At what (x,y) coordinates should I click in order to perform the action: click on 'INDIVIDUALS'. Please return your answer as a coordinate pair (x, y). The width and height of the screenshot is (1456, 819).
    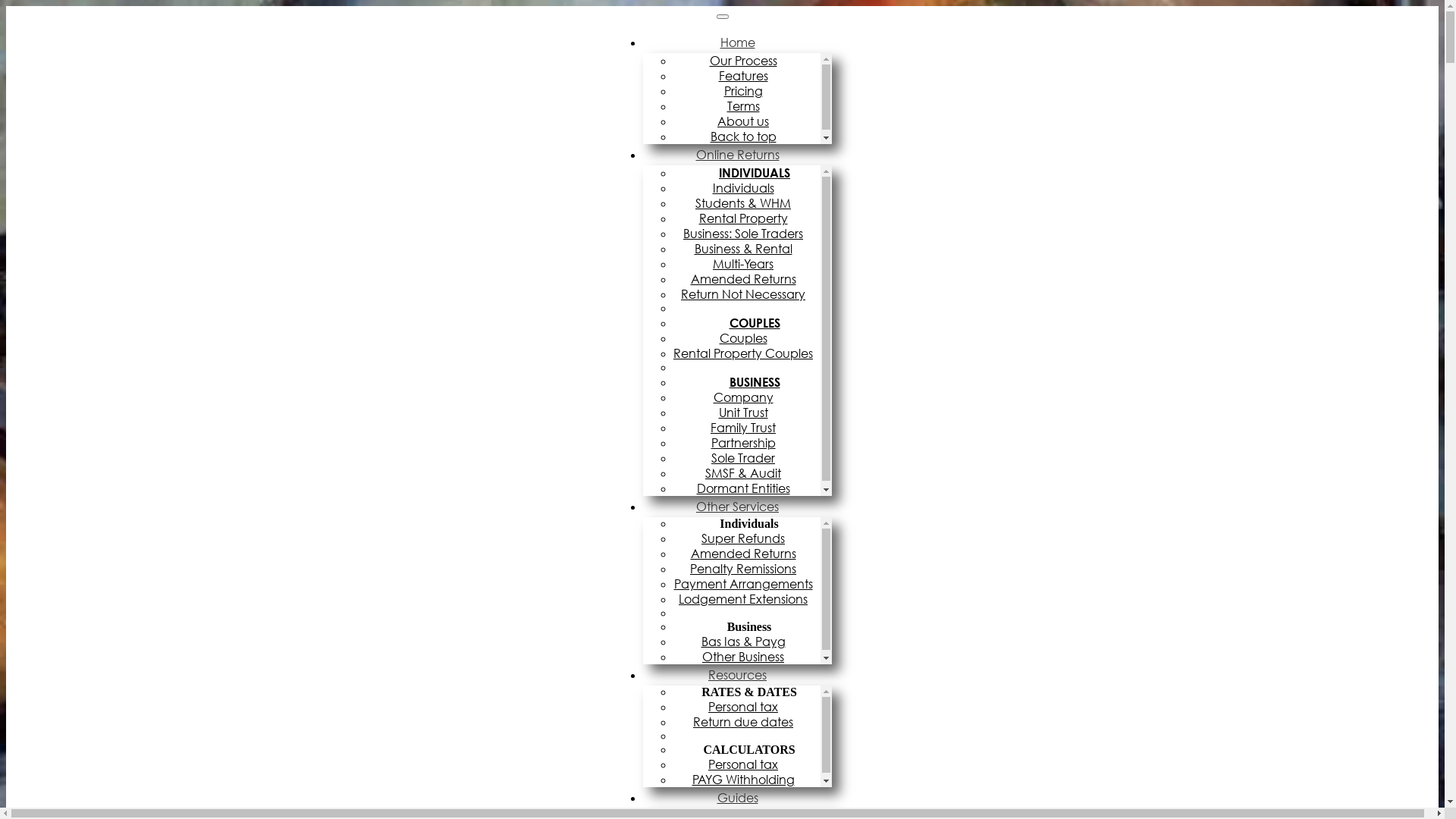
    Looking at the image, I should click on (746, 171).